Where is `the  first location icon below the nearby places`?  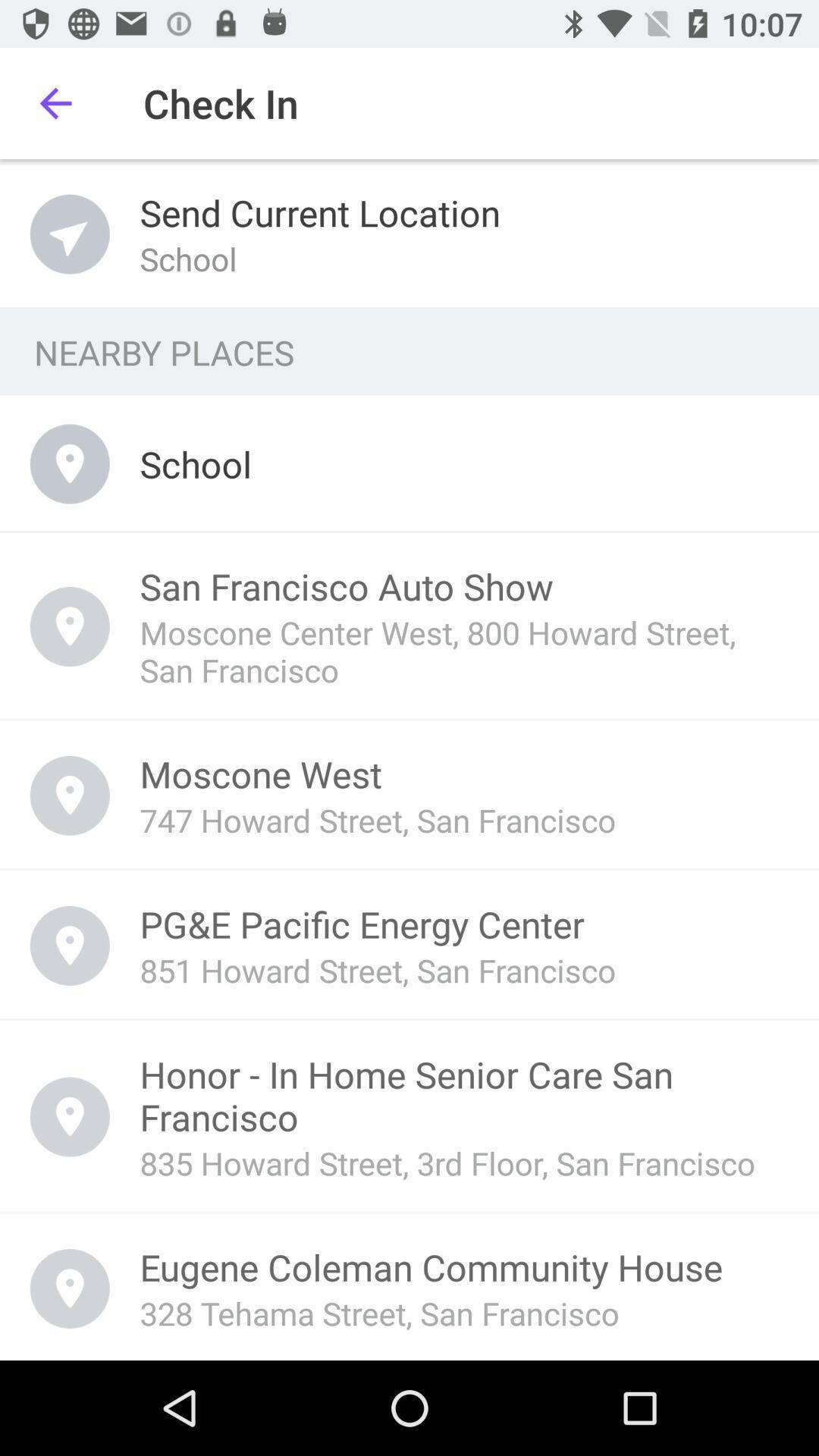
the  first location icon below the nearby places is located at coordinates (70, 463).